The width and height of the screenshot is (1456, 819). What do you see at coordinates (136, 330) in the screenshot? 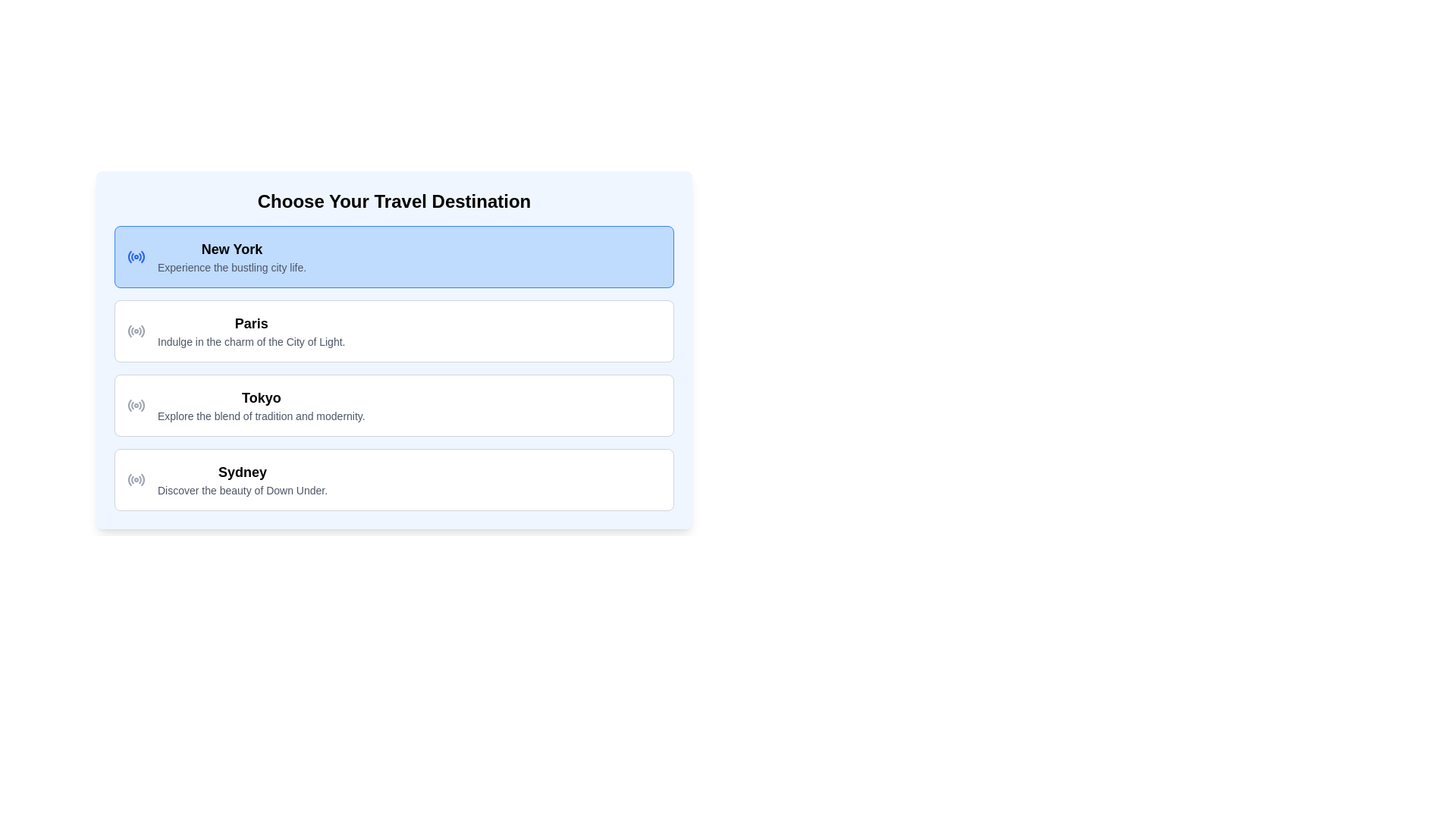
I see `the radio button styled as a circular icon with concentric rings and a central dot, located to the left of the text 'Paris' in the list titled 'Choose Your Travel Destination'` at bounding box center [136, 330].